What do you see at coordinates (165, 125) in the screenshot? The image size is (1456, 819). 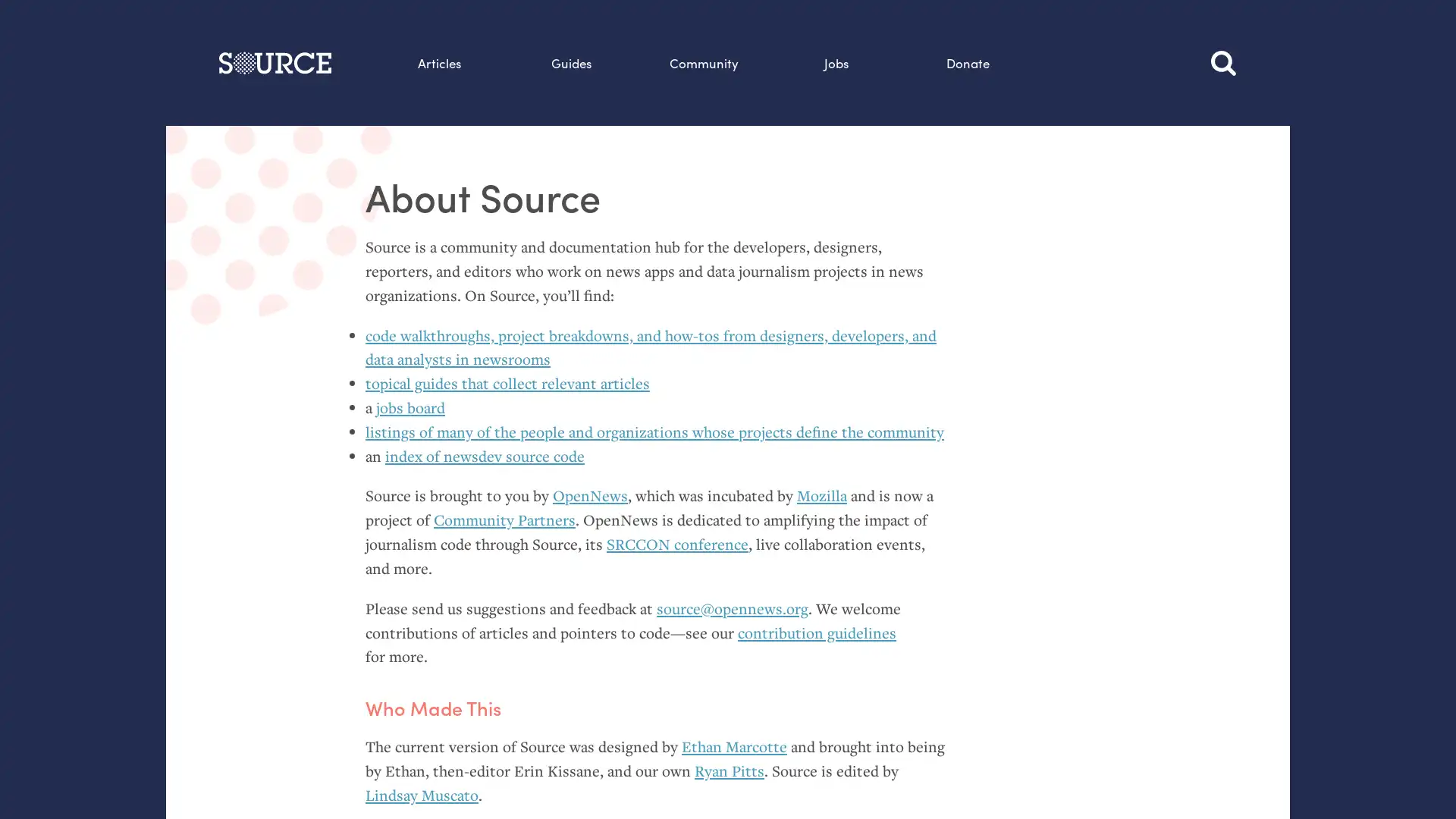 I see `Search this site` at bounding box center [165, 125].